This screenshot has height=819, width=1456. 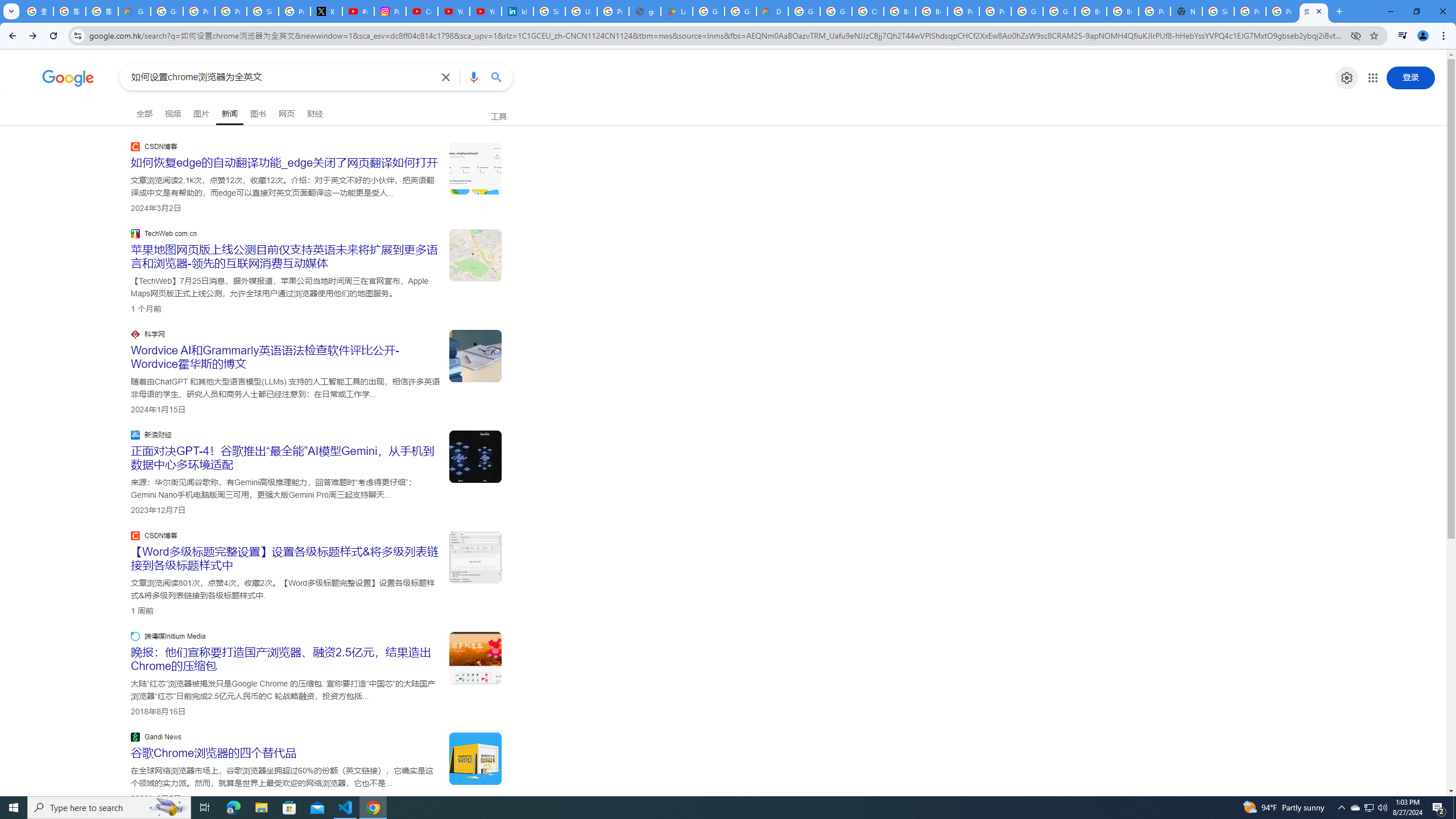 What do you see at coordinates (485, 11) in the screenshot?
I see `'YouTube Culture & Trends - YouTube Top 10, 2021'` at bounding box center [485, 11].